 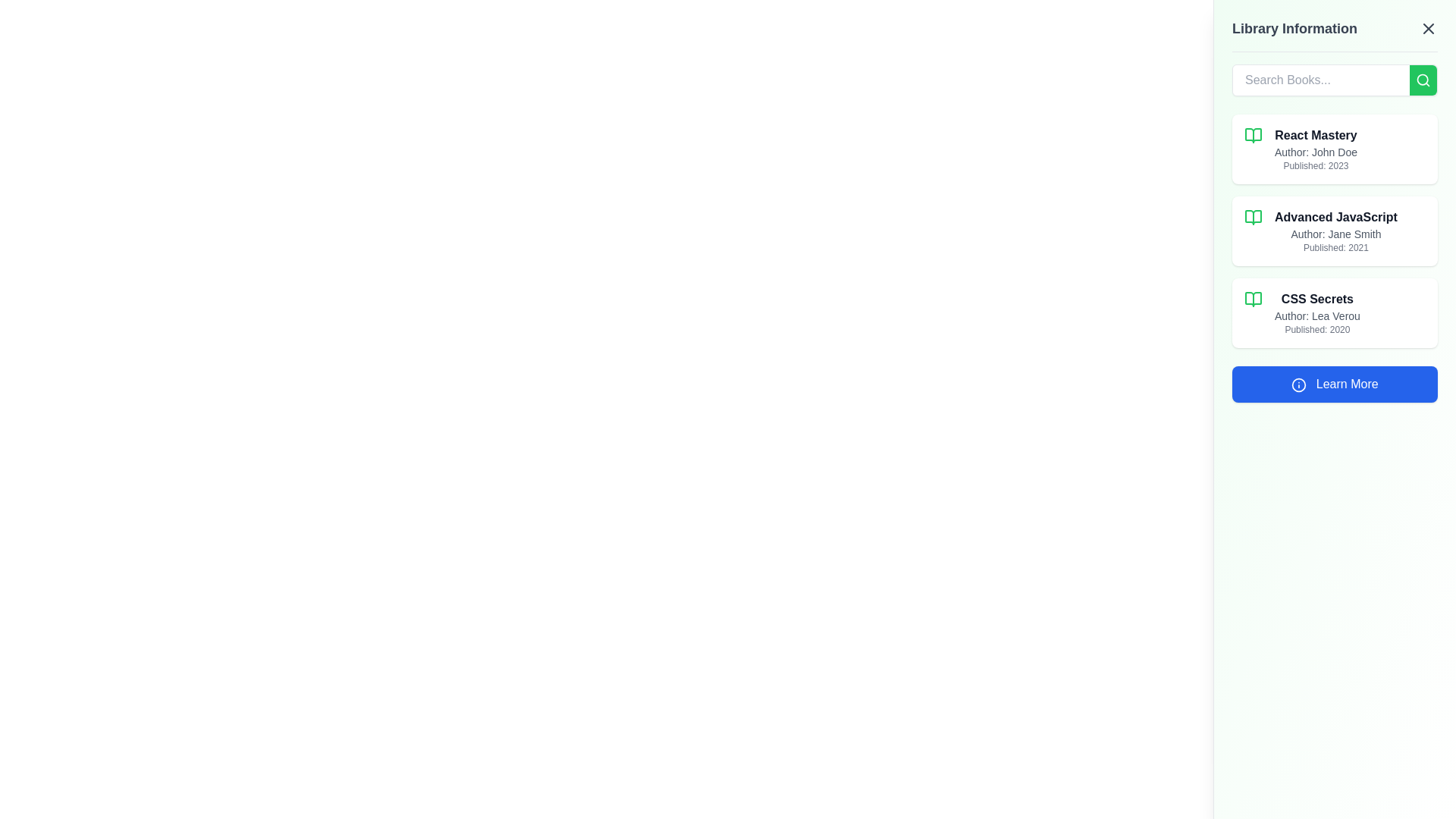 I want to click on the circular icon component within the SVG graphic, which is centered among its siblings and located next to the 'Learn More' button, so click(x=1298, y=384).